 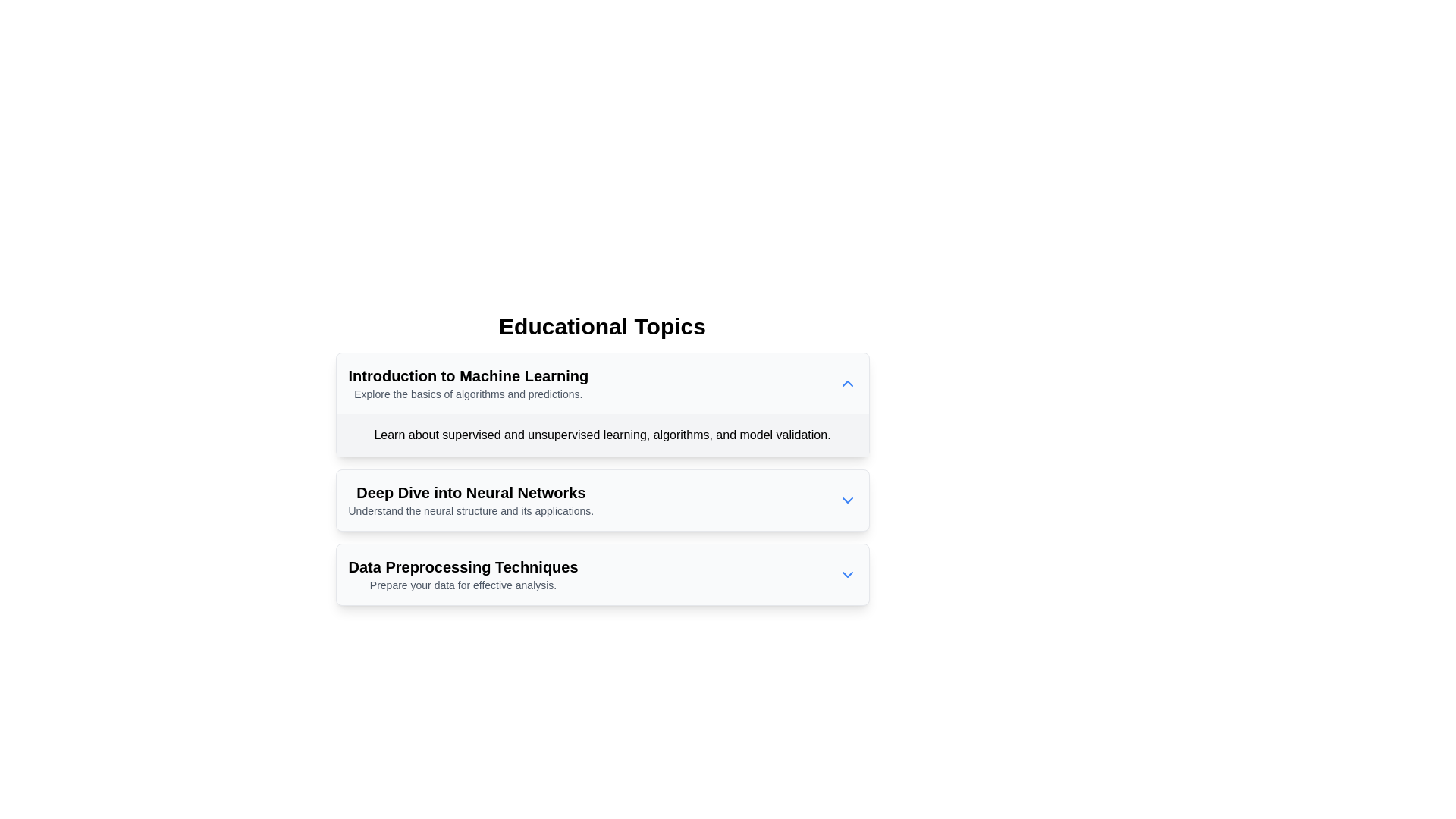 I want to click on the Collapsible header section titled 'Deep Dive into Neural Networks', so click(x=601, y=500).